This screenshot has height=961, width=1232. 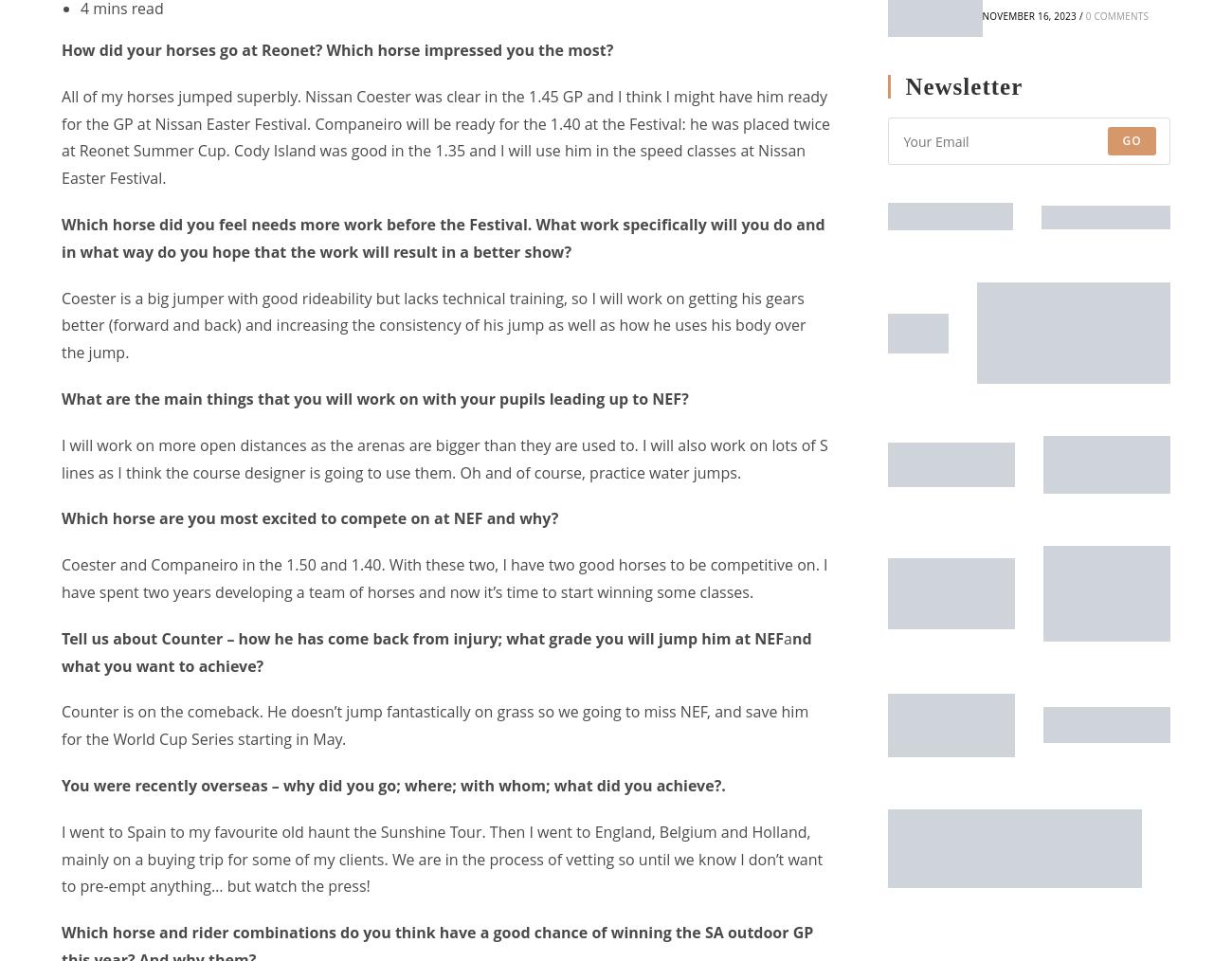 I want to click on 'All of my horses jumped superbly. Nissan Coester was clear in the 1.45 GP and I think I might have him ready for the GP at Nissan Easter Festival. Companeiro will be ready for the 1.40 at the Festival: he was placed twice at Reonet Summer Cup. Cody Island was good in the 1.35 and I will use him in the speed classes at Nissan Easter Festival.', so click(x=444, y=136).